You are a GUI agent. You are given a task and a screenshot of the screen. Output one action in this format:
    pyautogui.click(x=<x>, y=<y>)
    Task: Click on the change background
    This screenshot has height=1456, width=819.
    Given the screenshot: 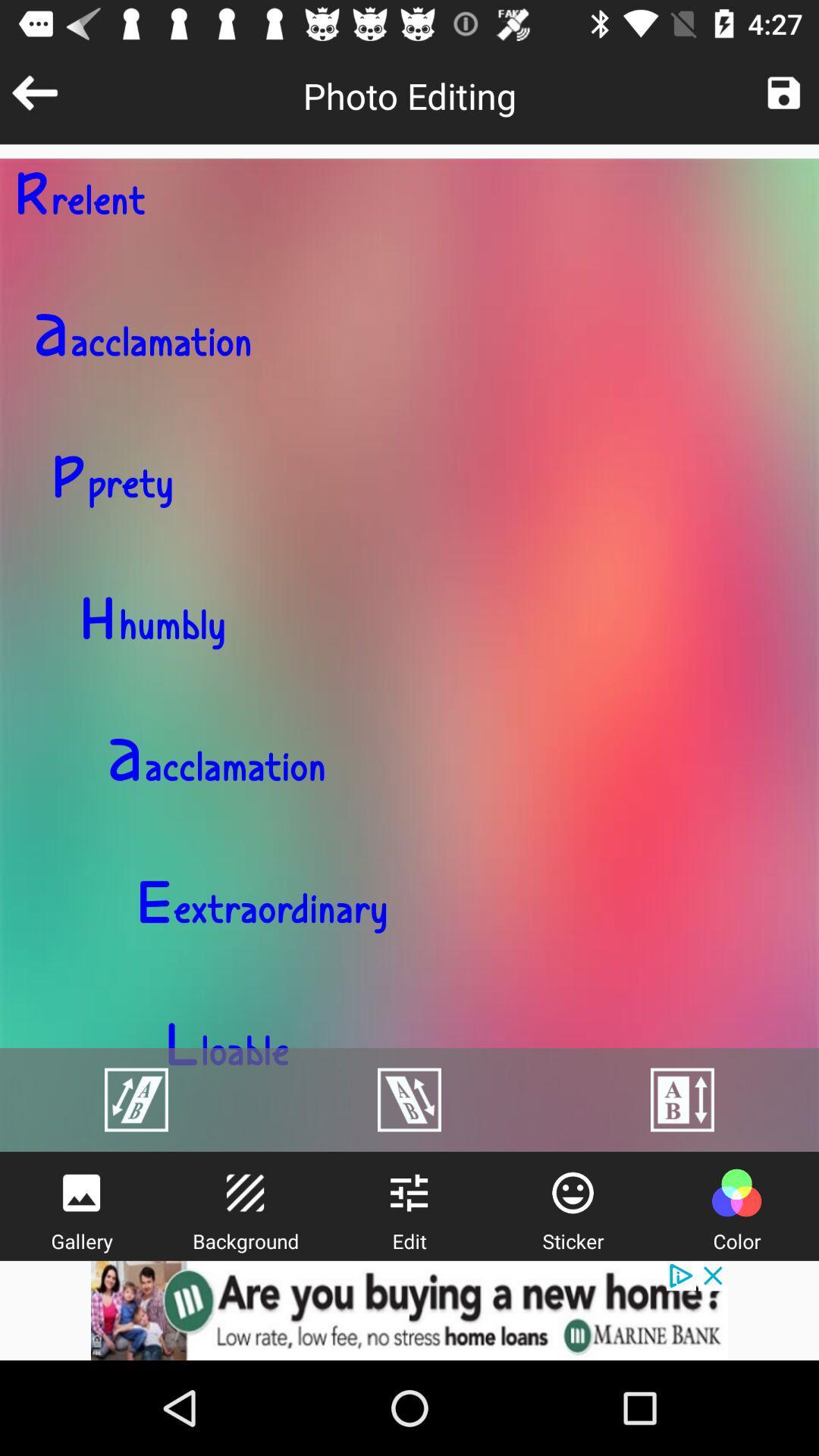 What is the action you would take?
    pyautogui.click(x=244, y=1192)
    